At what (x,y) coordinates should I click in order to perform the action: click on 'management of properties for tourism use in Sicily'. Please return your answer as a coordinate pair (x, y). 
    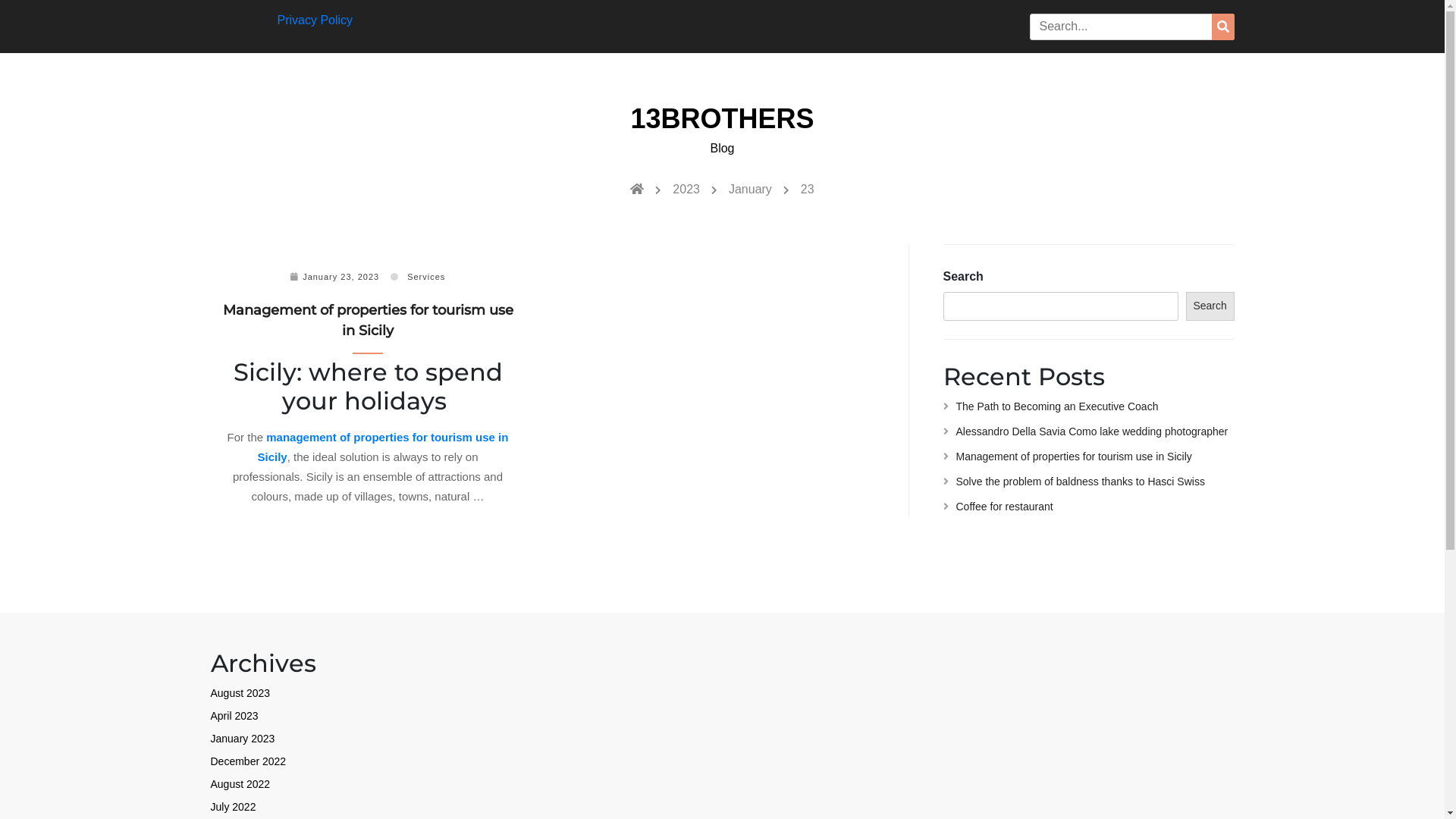
    Looking at the image, I should click on (257, 446).